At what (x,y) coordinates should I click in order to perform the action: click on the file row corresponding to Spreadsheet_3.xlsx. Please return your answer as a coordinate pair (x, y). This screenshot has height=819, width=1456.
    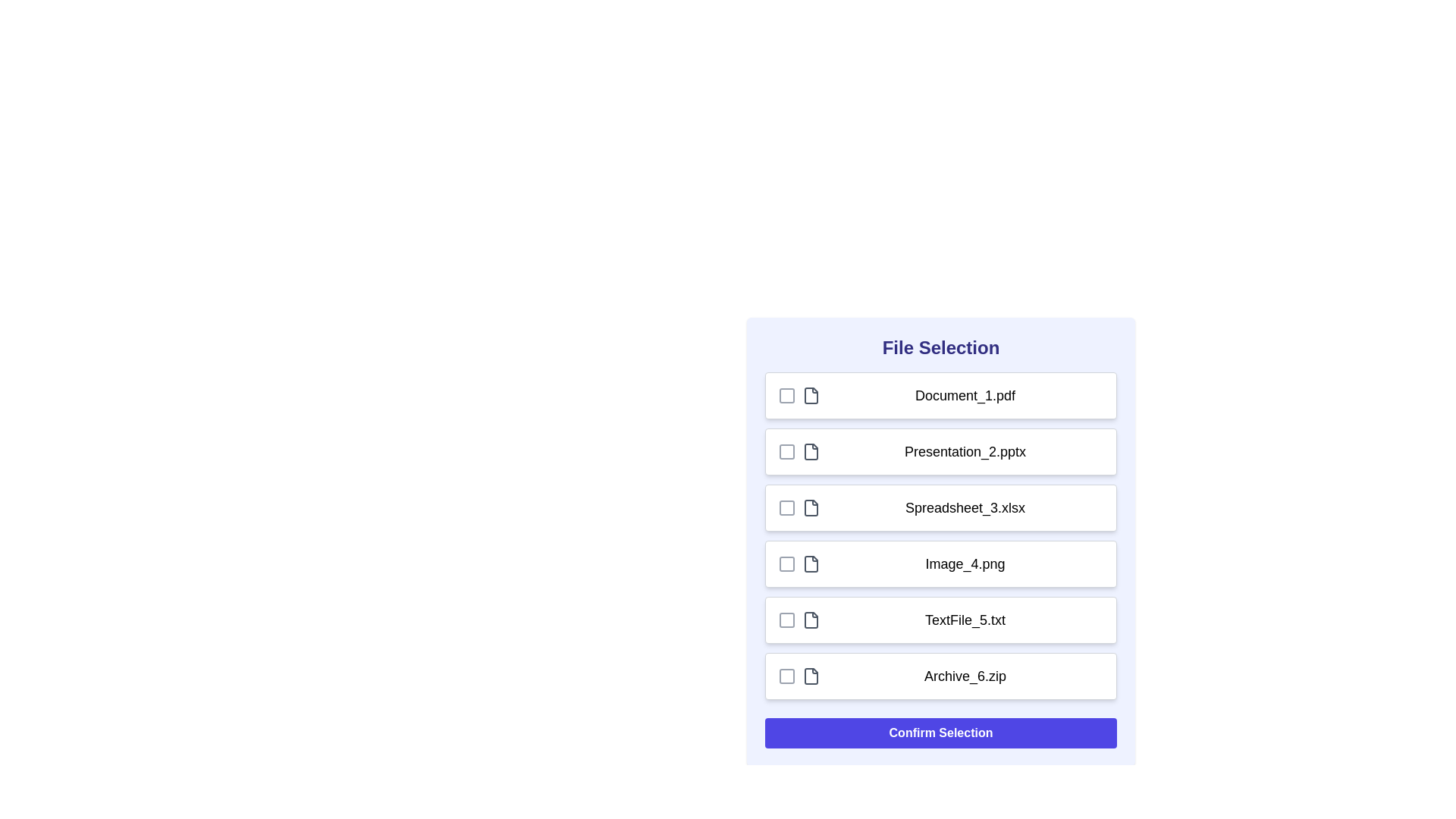
    Looking at the image, I should click on (940, 508).